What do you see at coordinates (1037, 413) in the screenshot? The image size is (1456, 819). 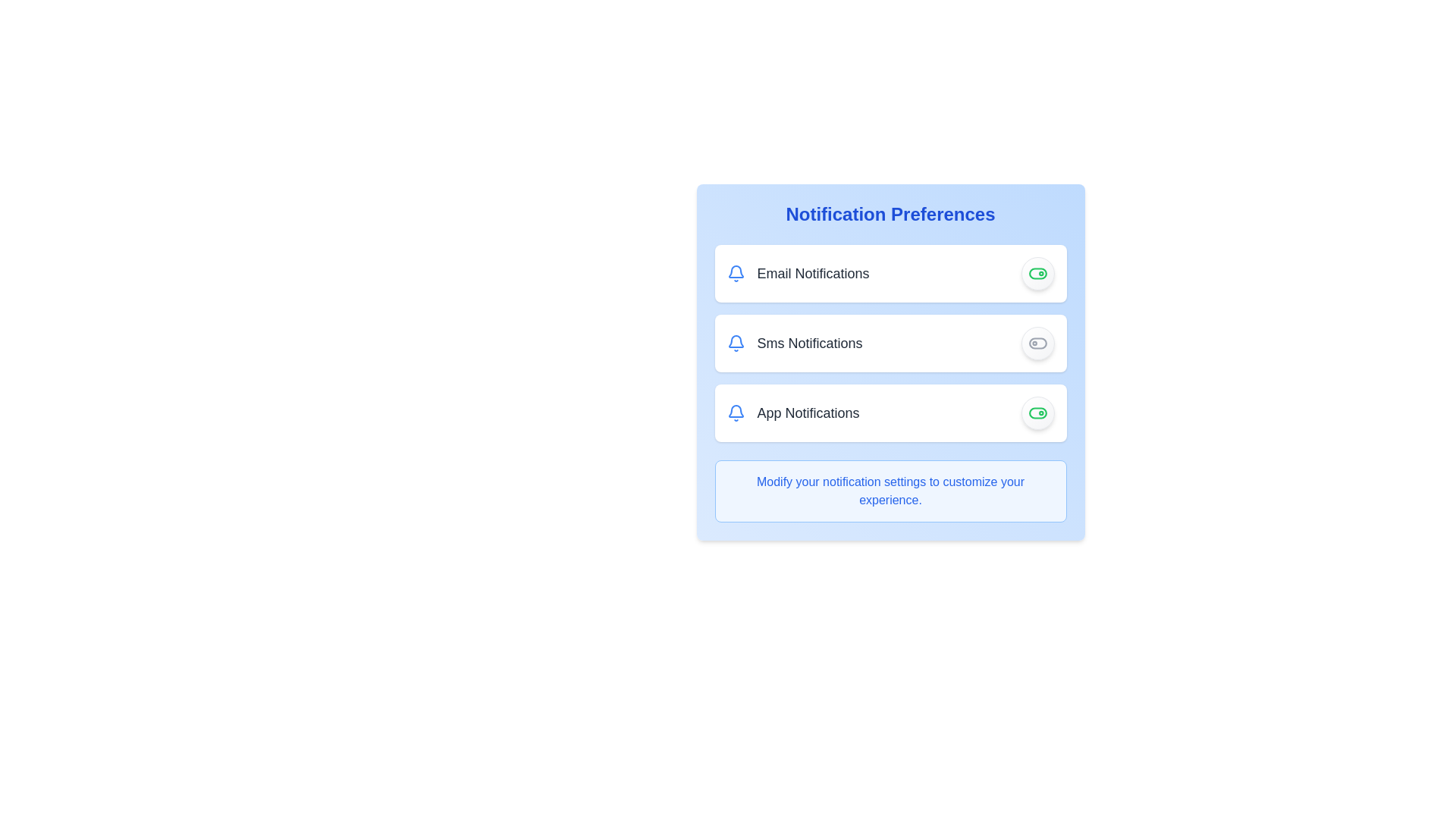 I see `the active toggle switch with a rounded white background and green gradient located to the right of the 'App Notifications' label` at bounding box center [1037, 413].